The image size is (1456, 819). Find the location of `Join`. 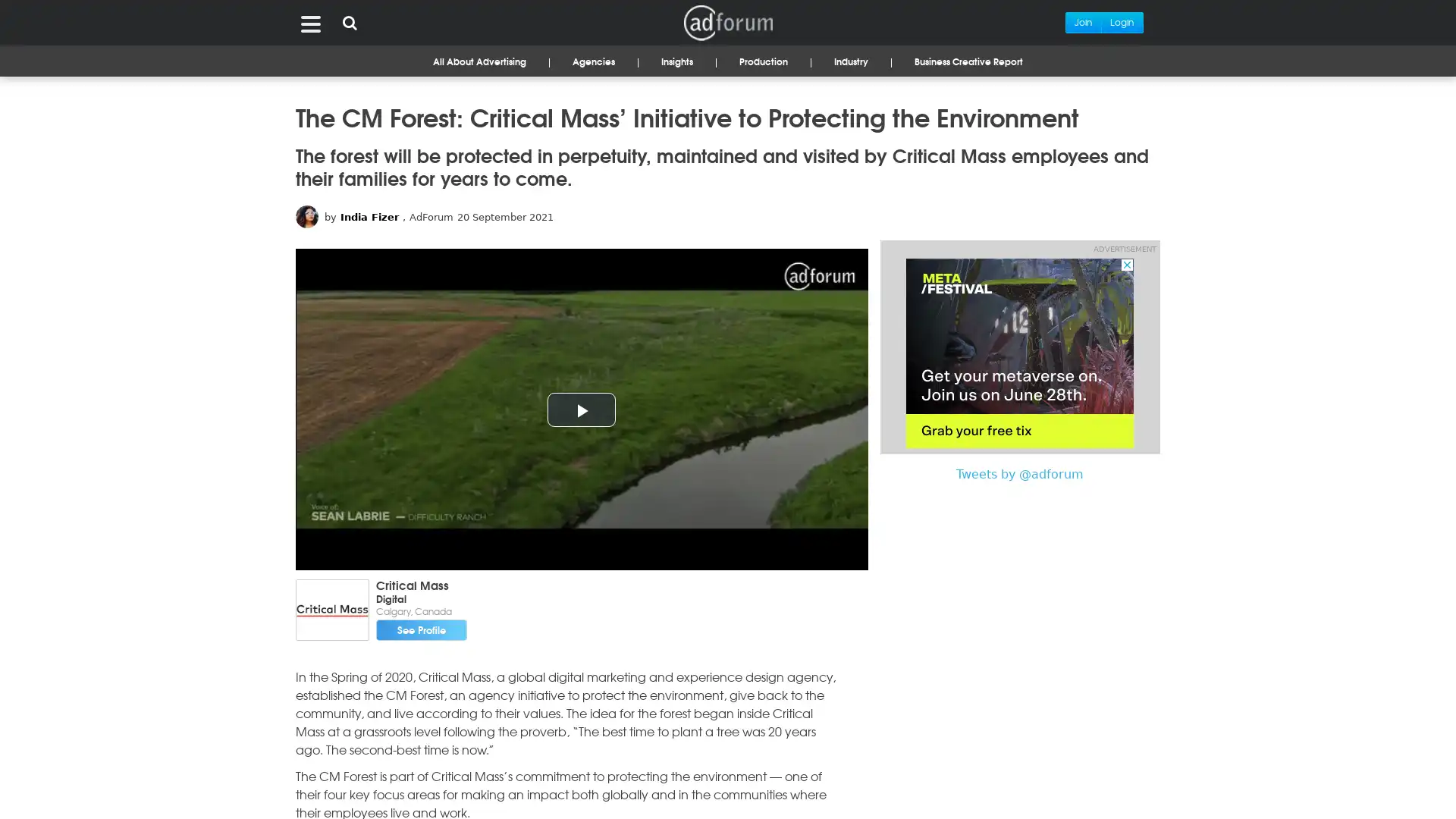

Join is located at coordinates (1081, 23).